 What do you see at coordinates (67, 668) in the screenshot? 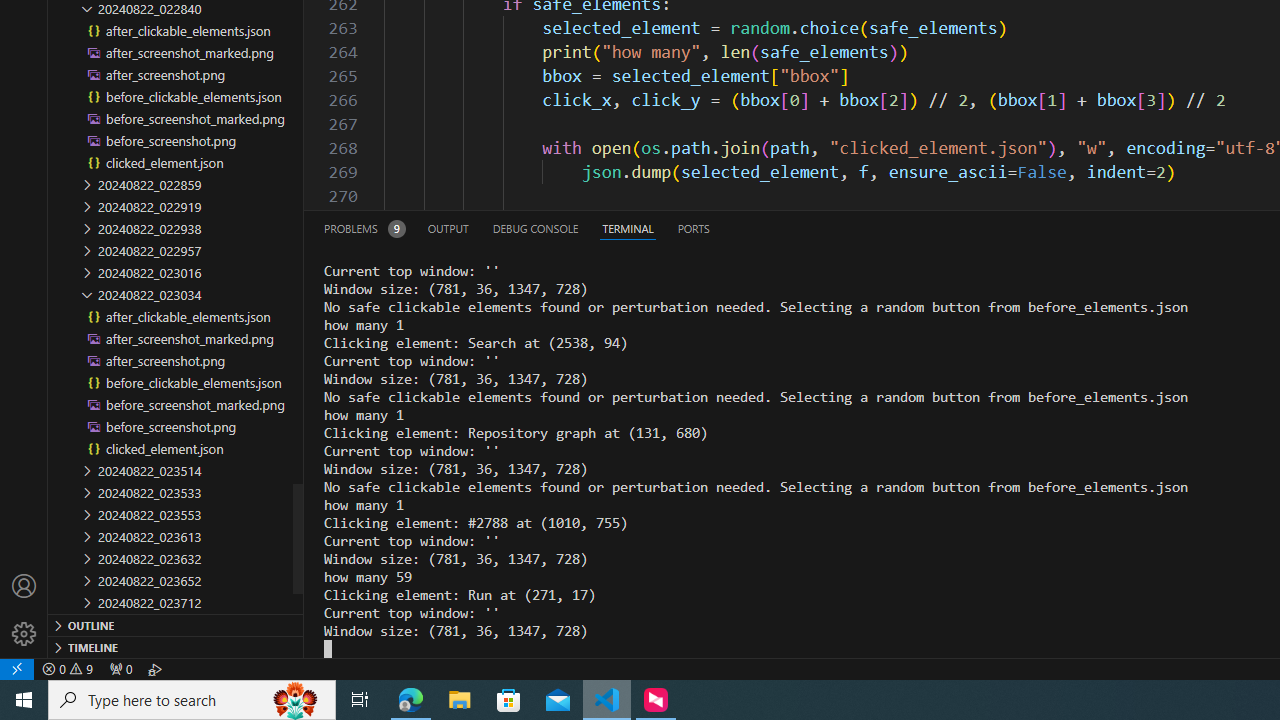
I see `'Warnings: 9'` at bounding box center [67, 668].